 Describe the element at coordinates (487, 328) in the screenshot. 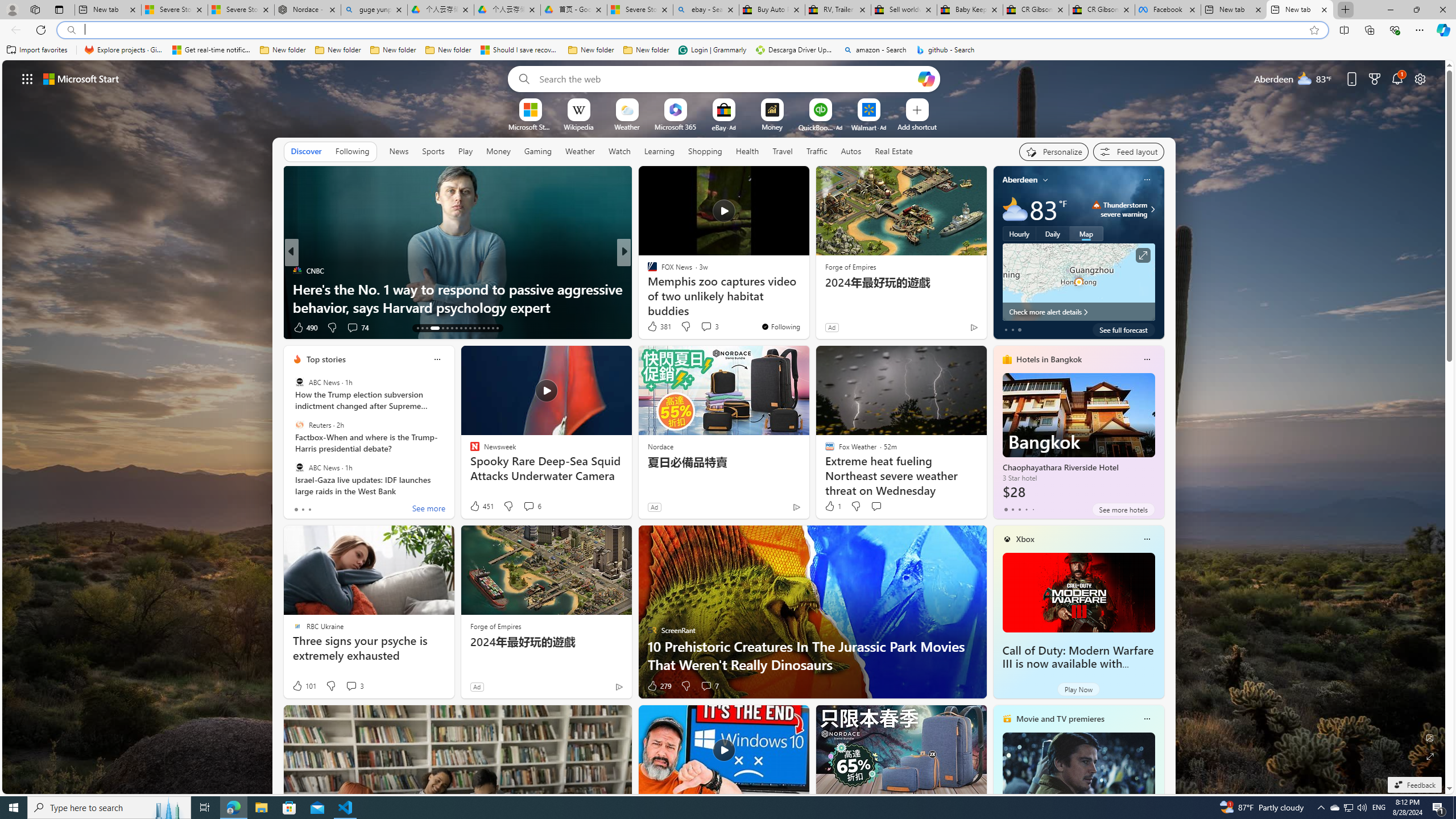

I see `'AutomationID: tab-27'` at that location.